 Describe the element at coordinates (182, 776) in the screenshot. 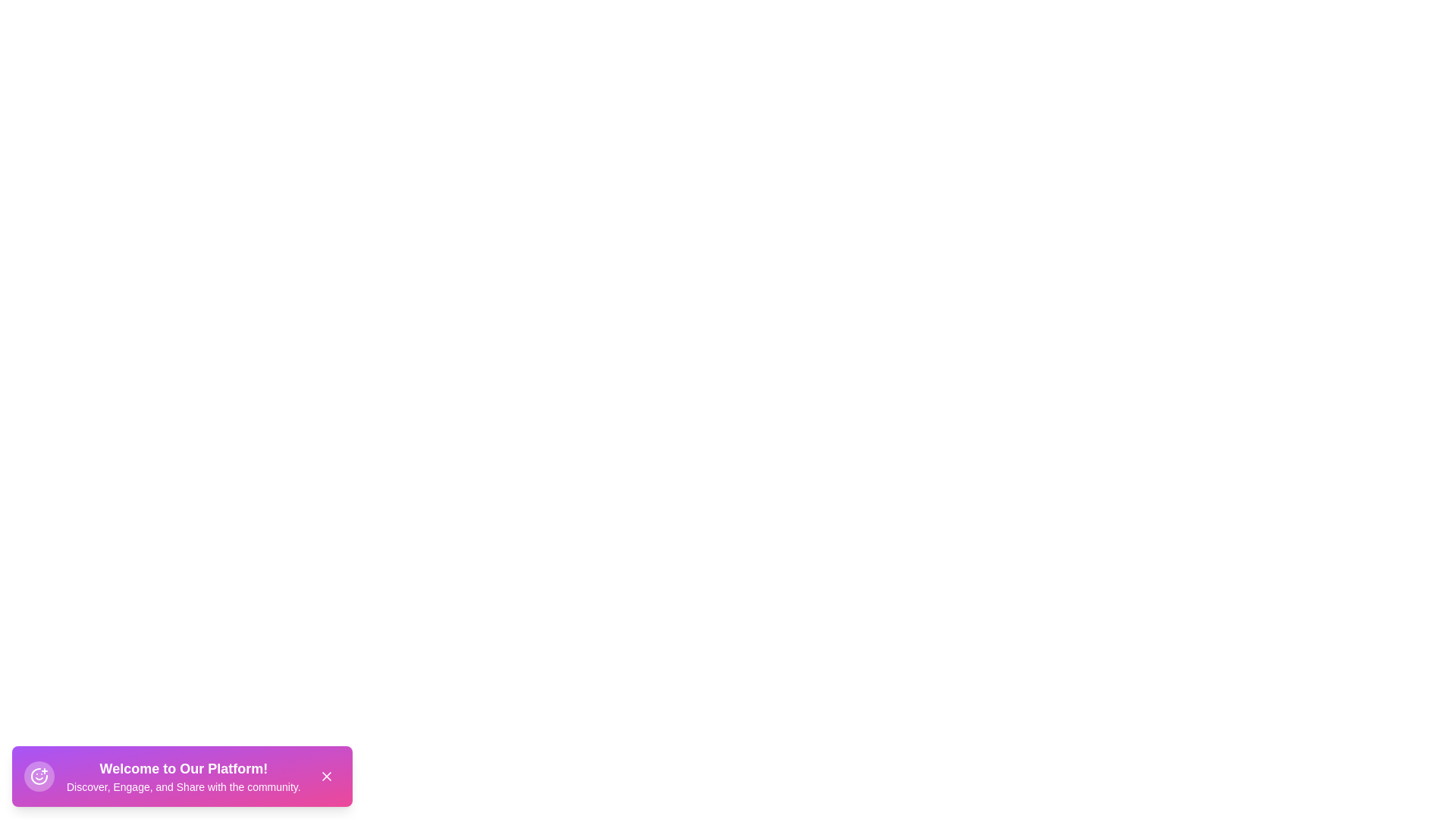

I see `the center of the snackbar container` at that location.